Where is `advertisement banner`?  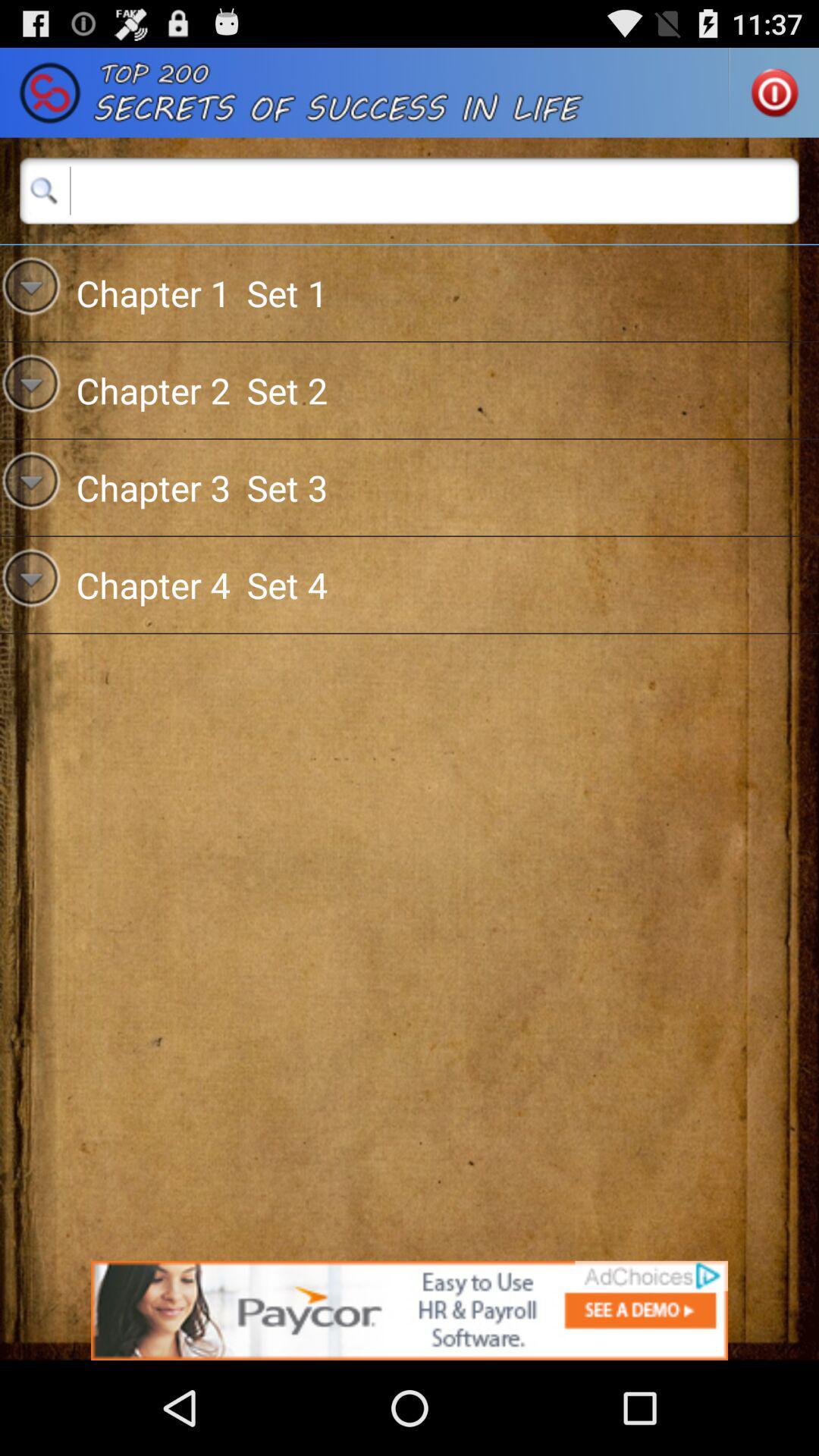
advertisement banner is located at coordinates (409, 1310).